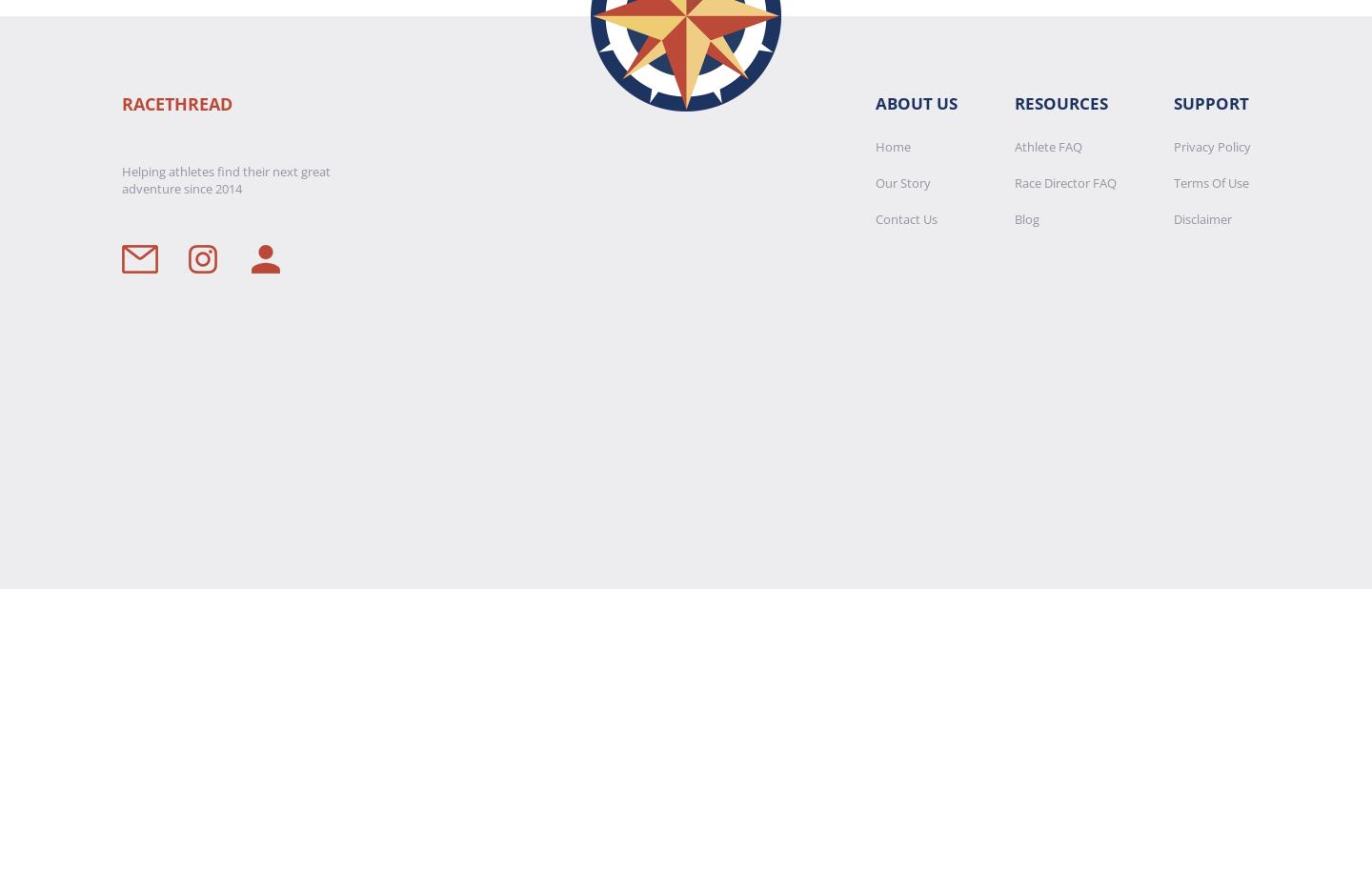  Describe the element at coordinates (1210, 183) in the screenshot. I see `'Terms Of Use'` at that location.